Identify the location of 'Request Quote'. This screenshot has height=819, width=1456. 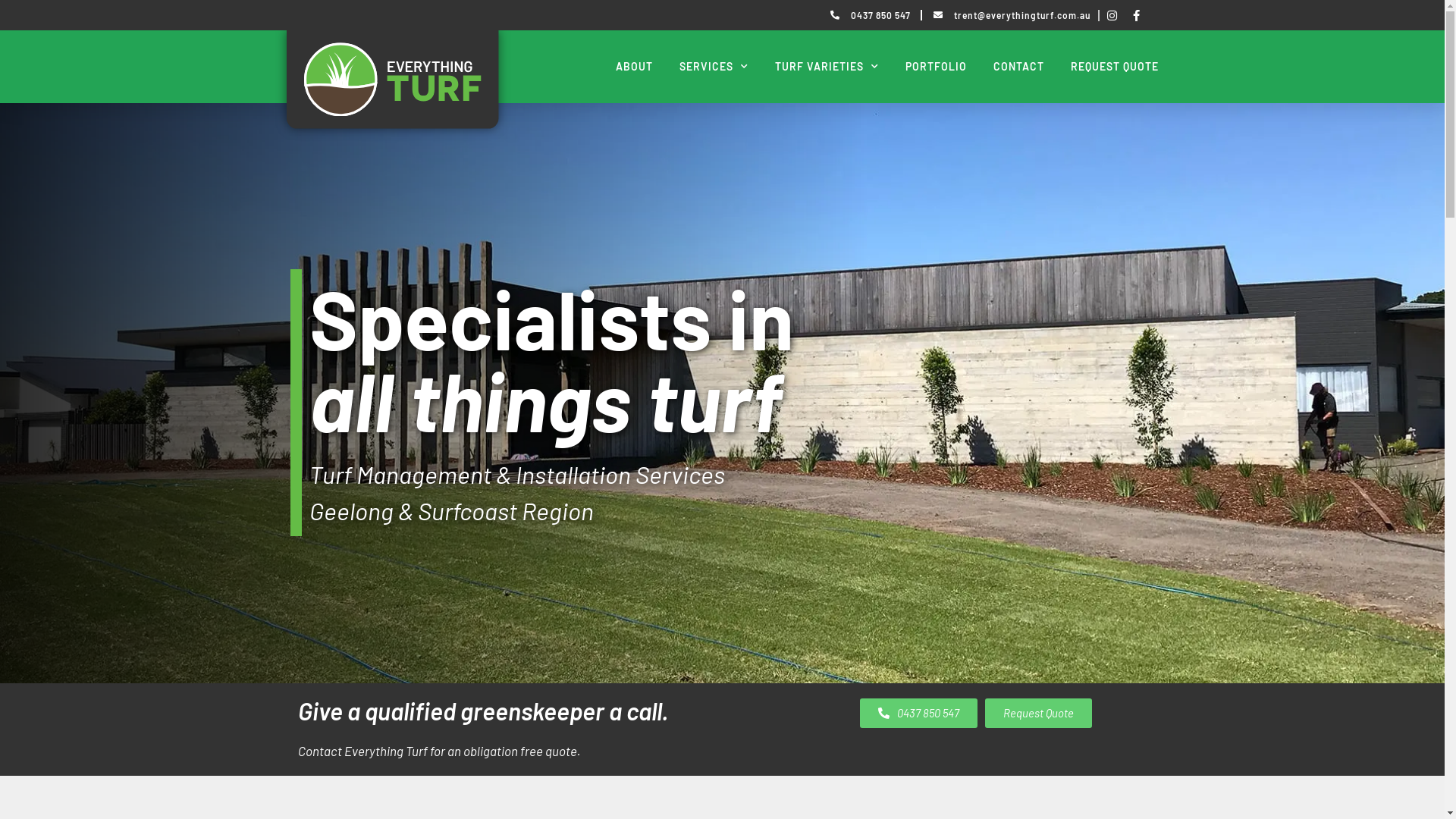
(1037, 713).